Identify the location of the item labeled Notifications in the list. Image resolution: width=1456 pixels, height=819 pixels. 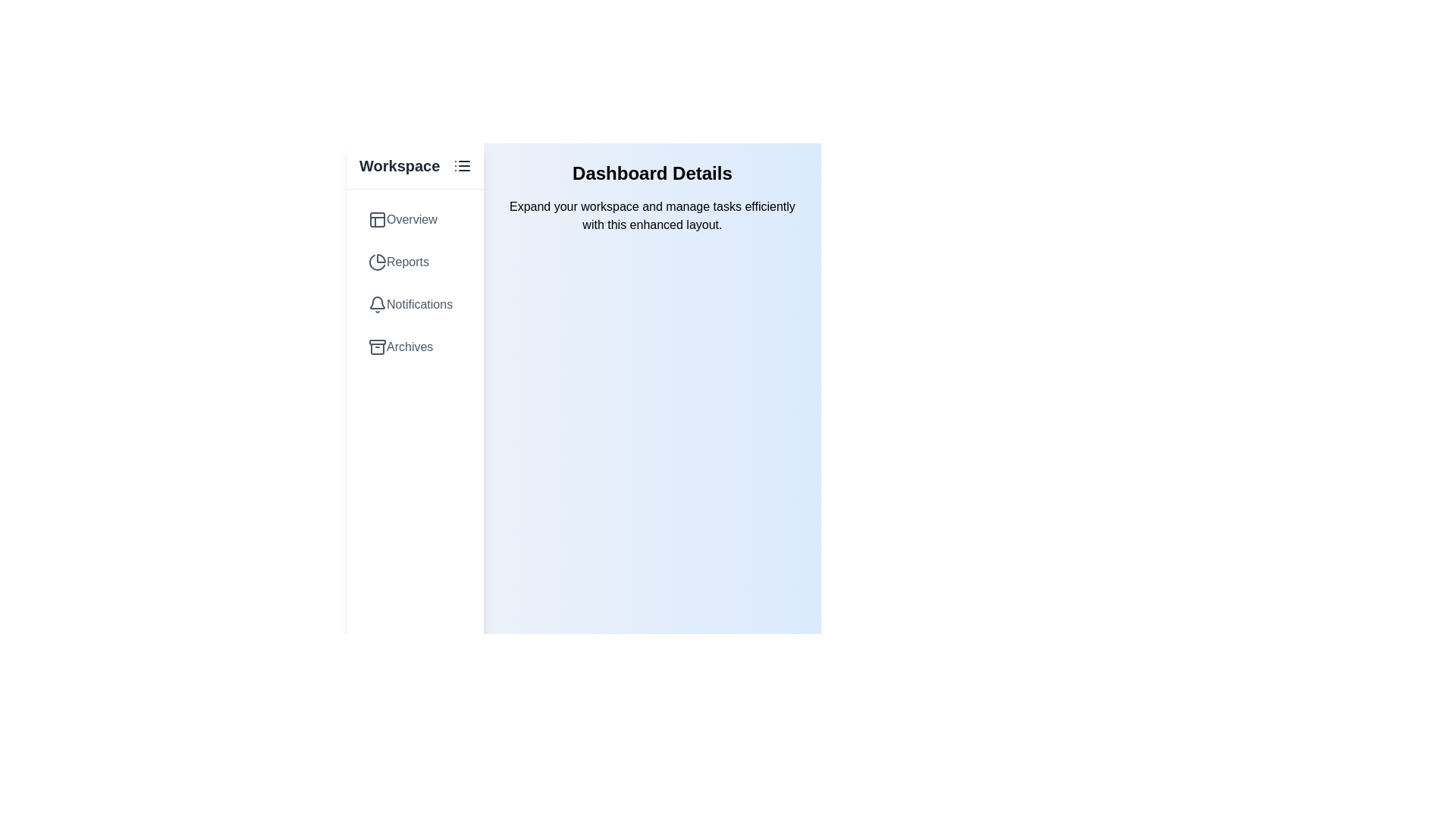
(415, 304).